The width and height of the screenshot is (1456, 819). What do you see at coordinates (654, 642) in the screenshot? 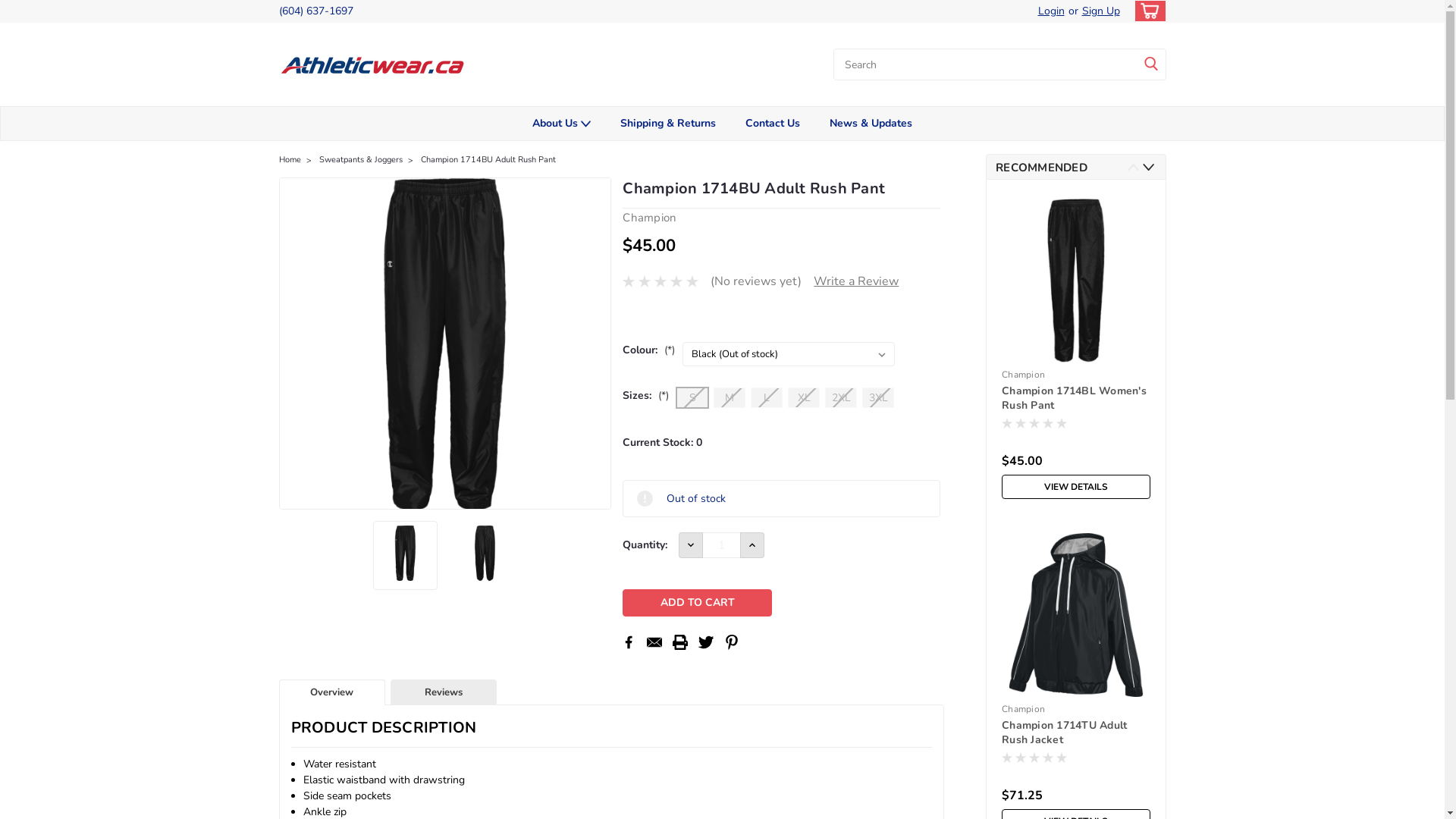
I see `'Email'` at bounding box center [654, 642].